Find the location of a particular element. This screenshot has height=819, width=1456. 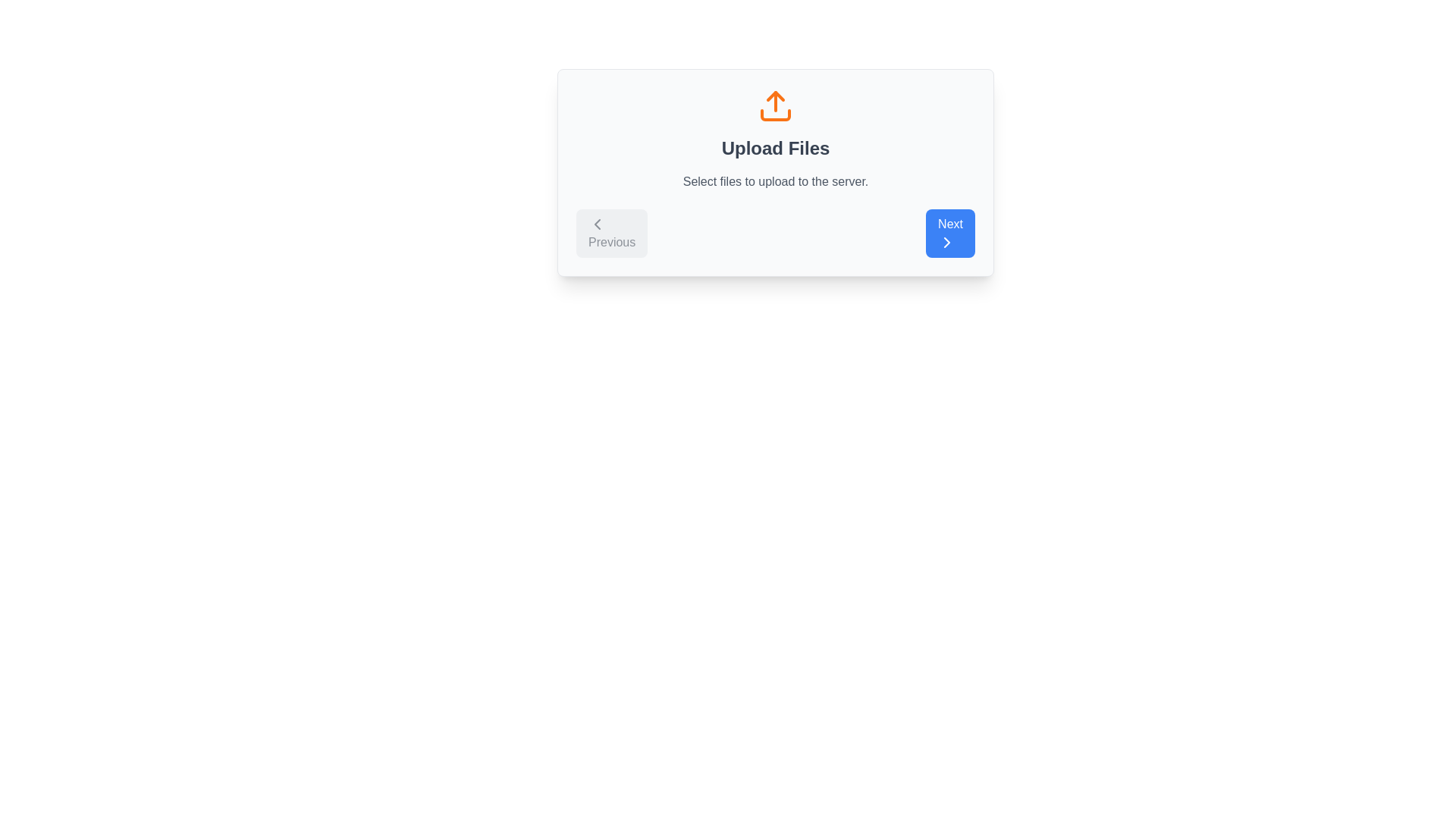

the text label with the content 'Upload Files', which is styled in a large, bold gray font and located centrally below an orange upload icon is located at coordinates (775, 149).